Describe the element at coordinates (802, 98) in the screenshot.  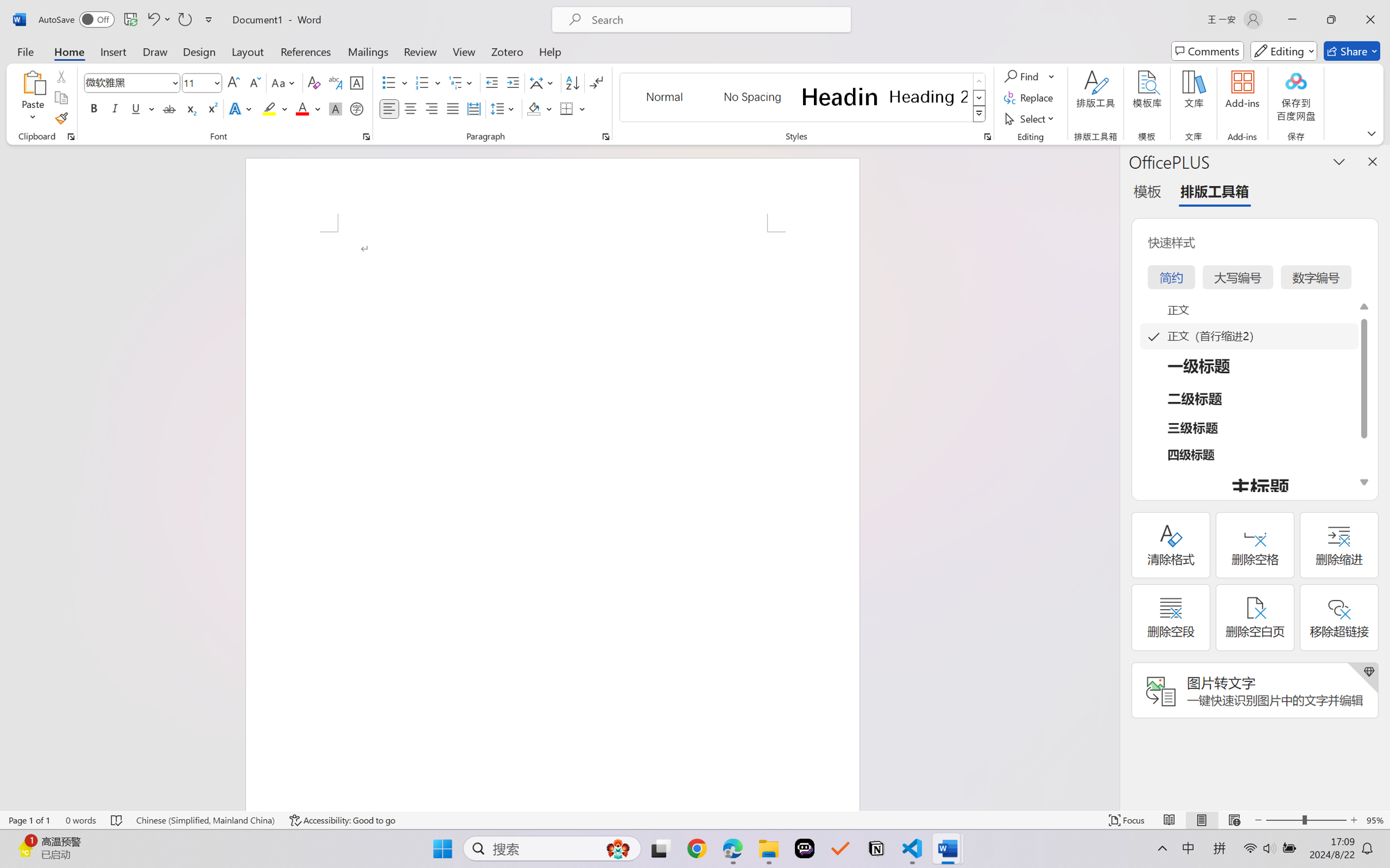
I see `'AutomationID: QuickStylesGallery'` at that location.